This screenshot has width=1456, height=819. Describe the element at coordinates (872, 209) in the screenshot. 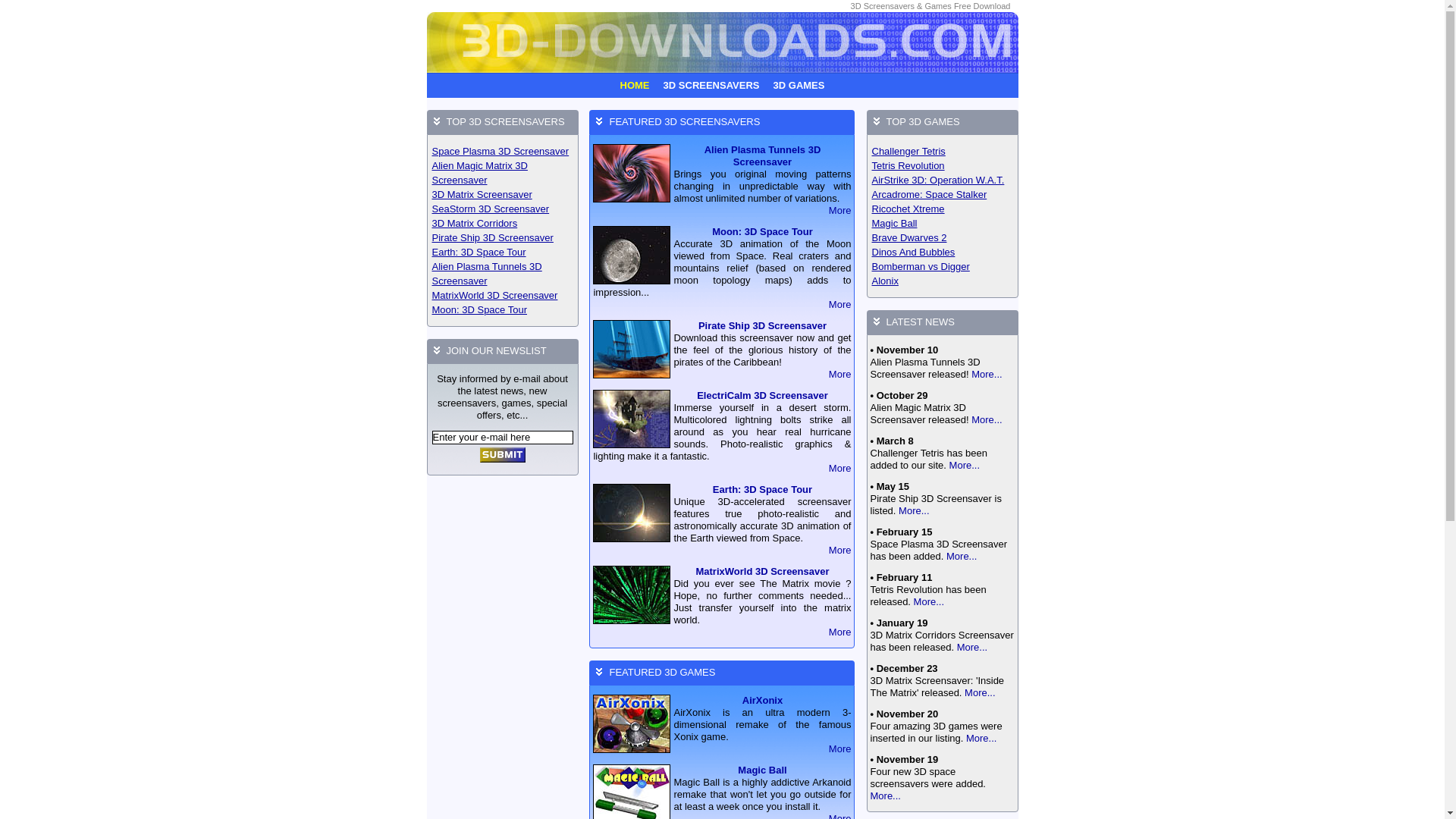

I see `'Ricochet Xtreme'` at that location.